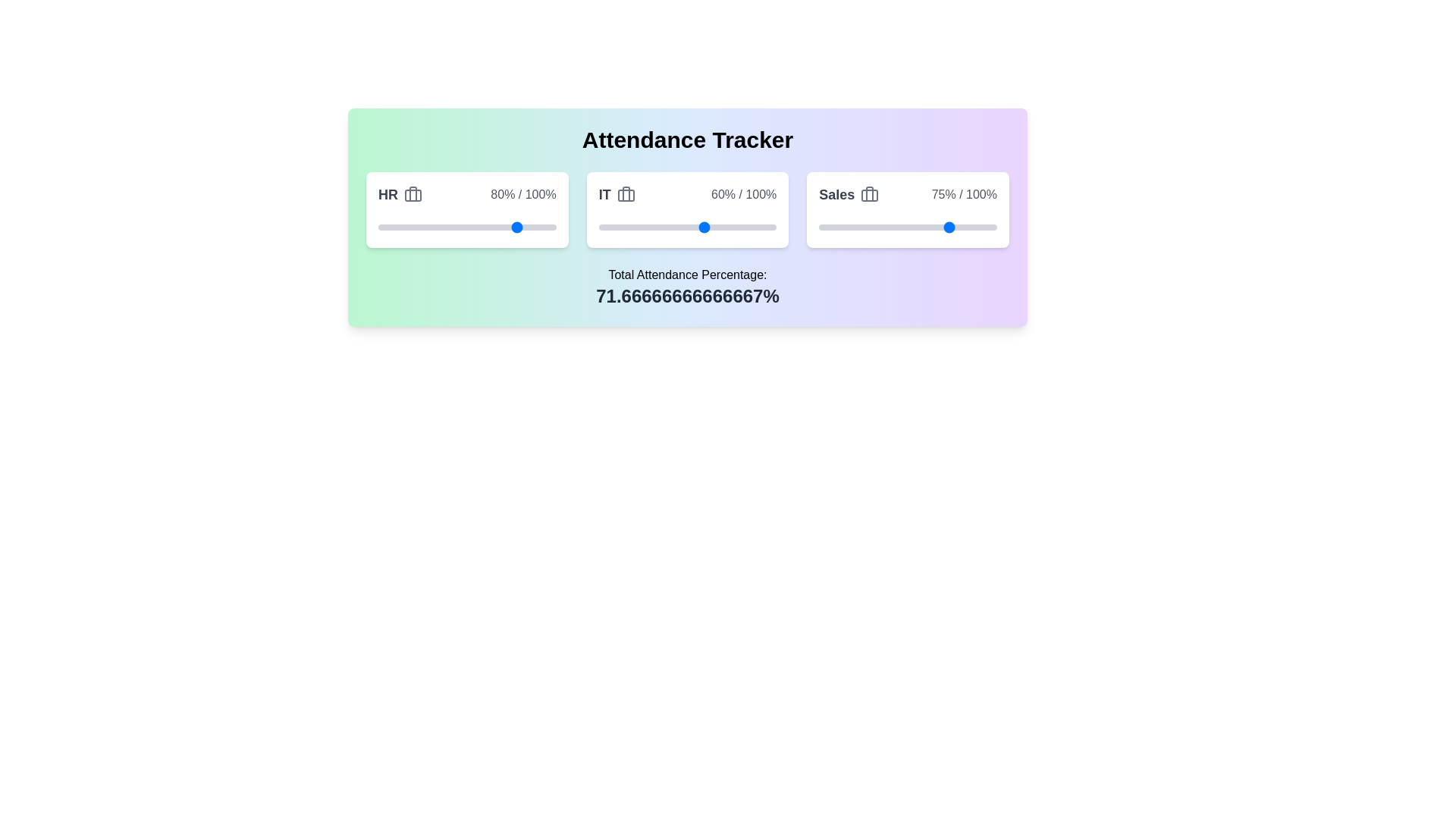 Image resolution: width=1456 pixels, height=819 pixels. What do you see at coordinates (953, 227) in the screenshot?
I see `the slider's value` at bounding box center [953, 227].